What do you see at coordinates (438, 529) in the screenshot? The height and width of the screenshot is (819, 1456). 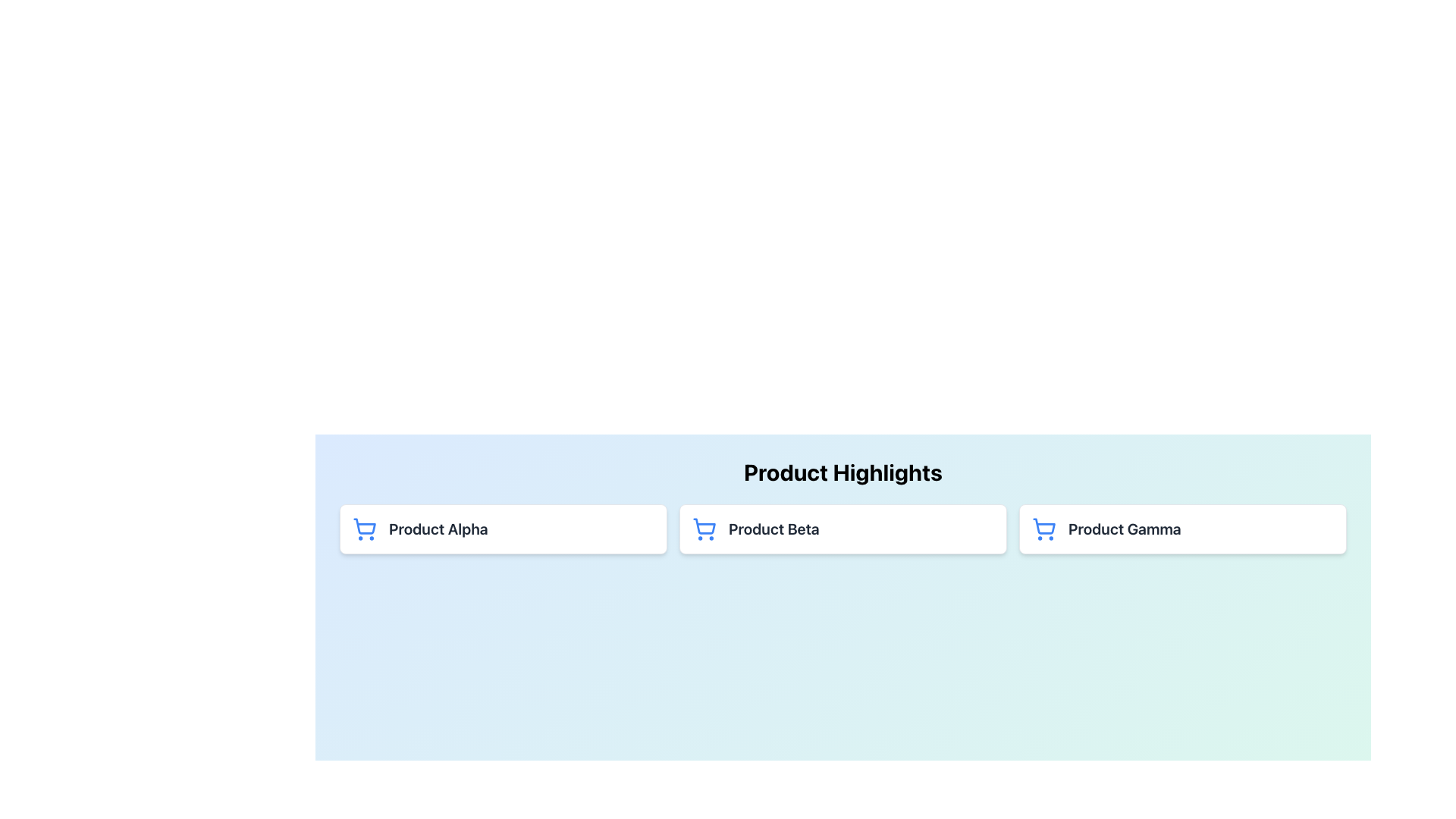 I see `the 'Product Alpha' text label, which is a bold dark gray label positioned to the right of a shopping cart icon within the first card of three horizontal cards under the 'Product Highlights' section` at bounding box center [438, 529].